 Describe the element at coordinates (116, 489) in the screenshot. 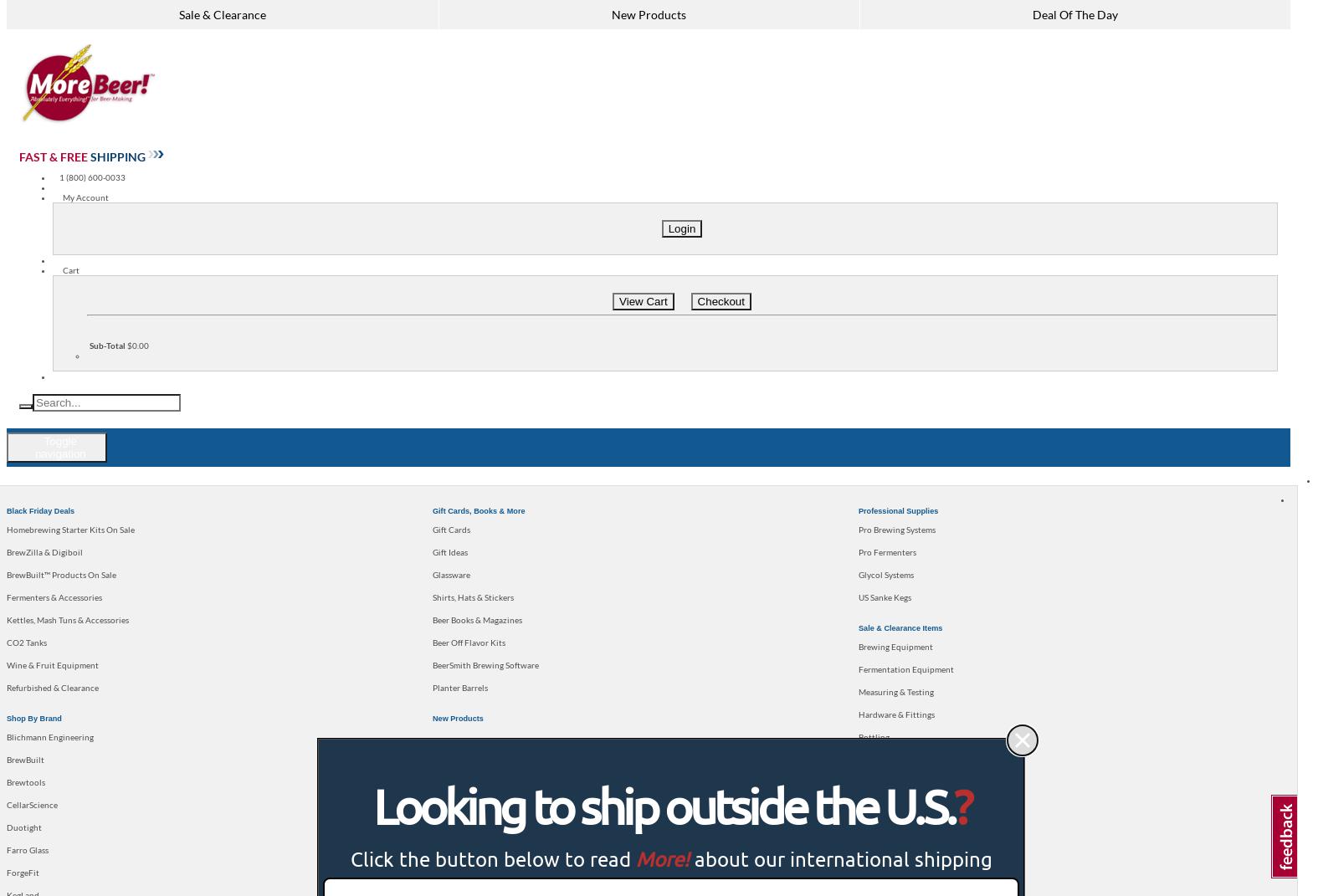

I see `'Starter Kits'` at that location.